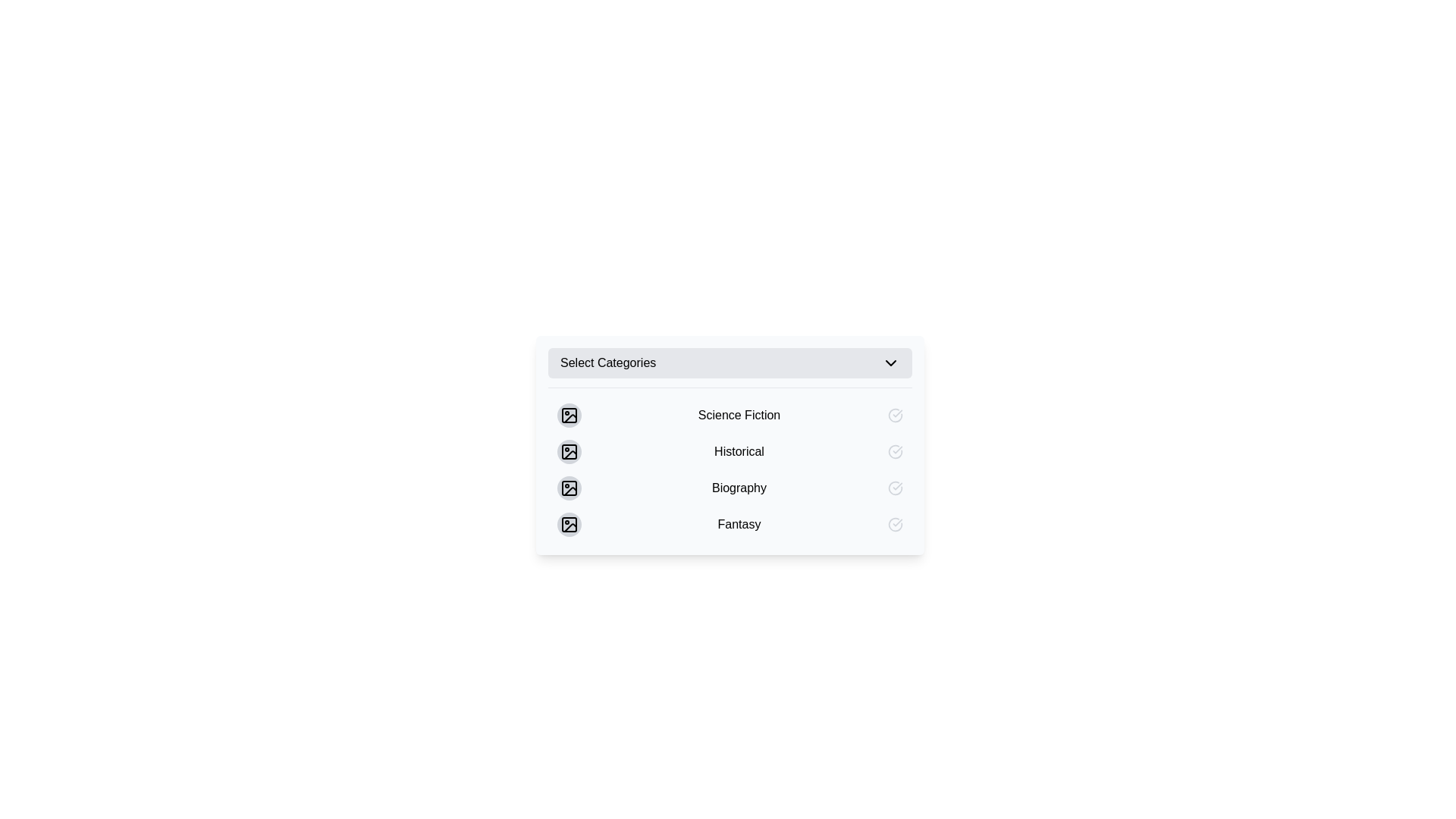 Image resolution: width=1456 pixels, height=819 pixels. I want to click on the second list item in the 'Select Categories' list, so click(730, 451).